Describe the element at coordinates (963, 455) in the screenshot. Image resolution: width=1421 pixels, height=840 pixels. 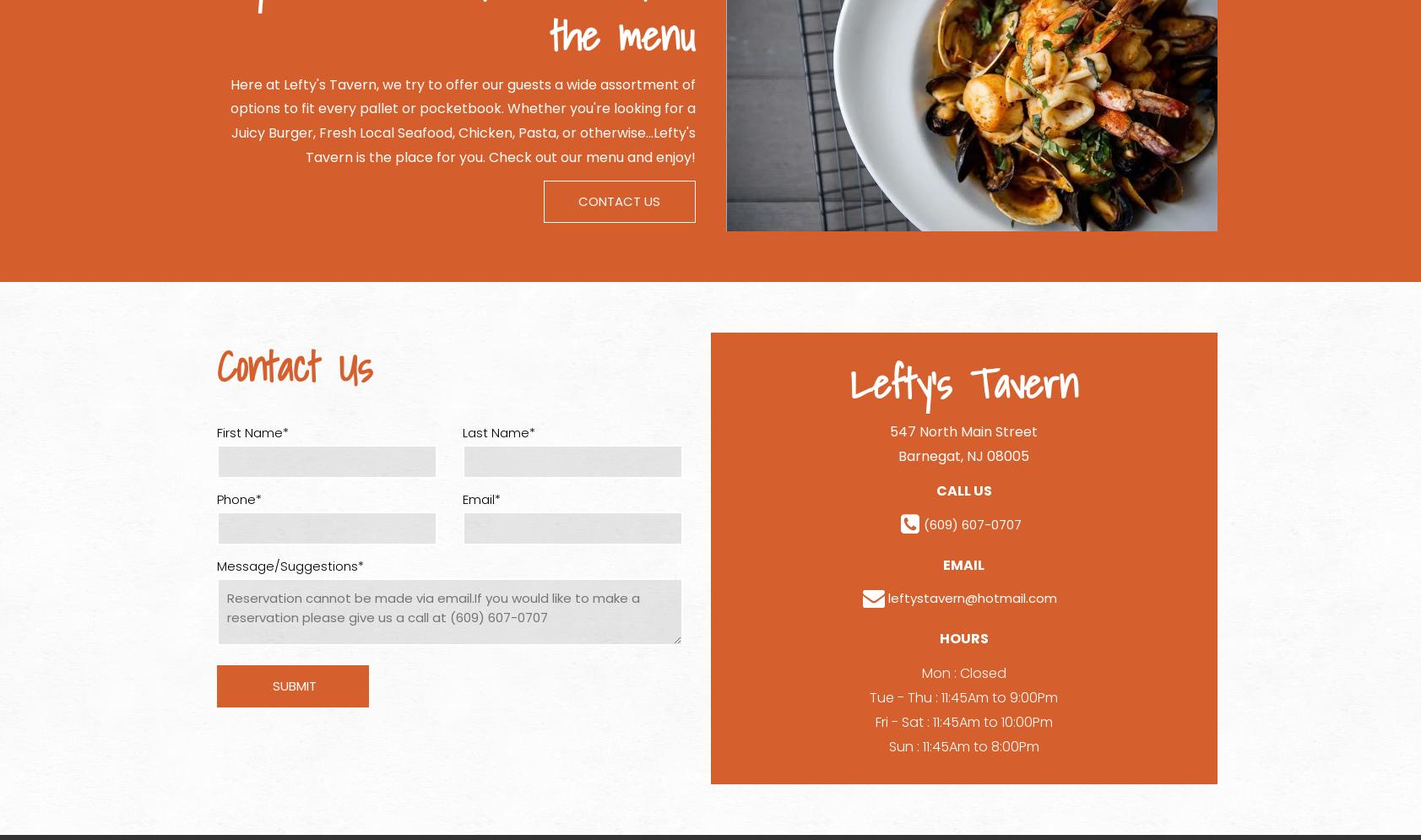
I see `'Barnegat, NJ 08005'` at that location.